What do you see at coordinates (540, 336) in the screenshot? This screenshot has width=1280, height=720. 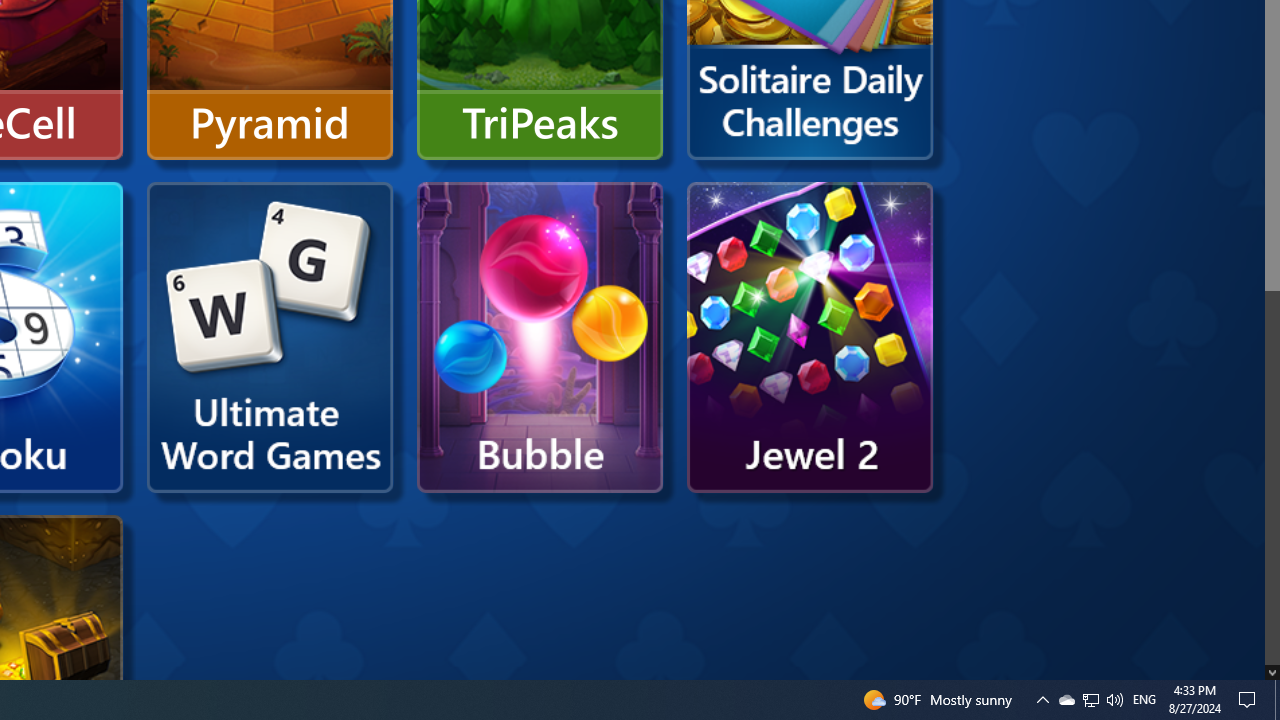 I see `'Microsoft Bubble'` at bounding box center [540, 336].